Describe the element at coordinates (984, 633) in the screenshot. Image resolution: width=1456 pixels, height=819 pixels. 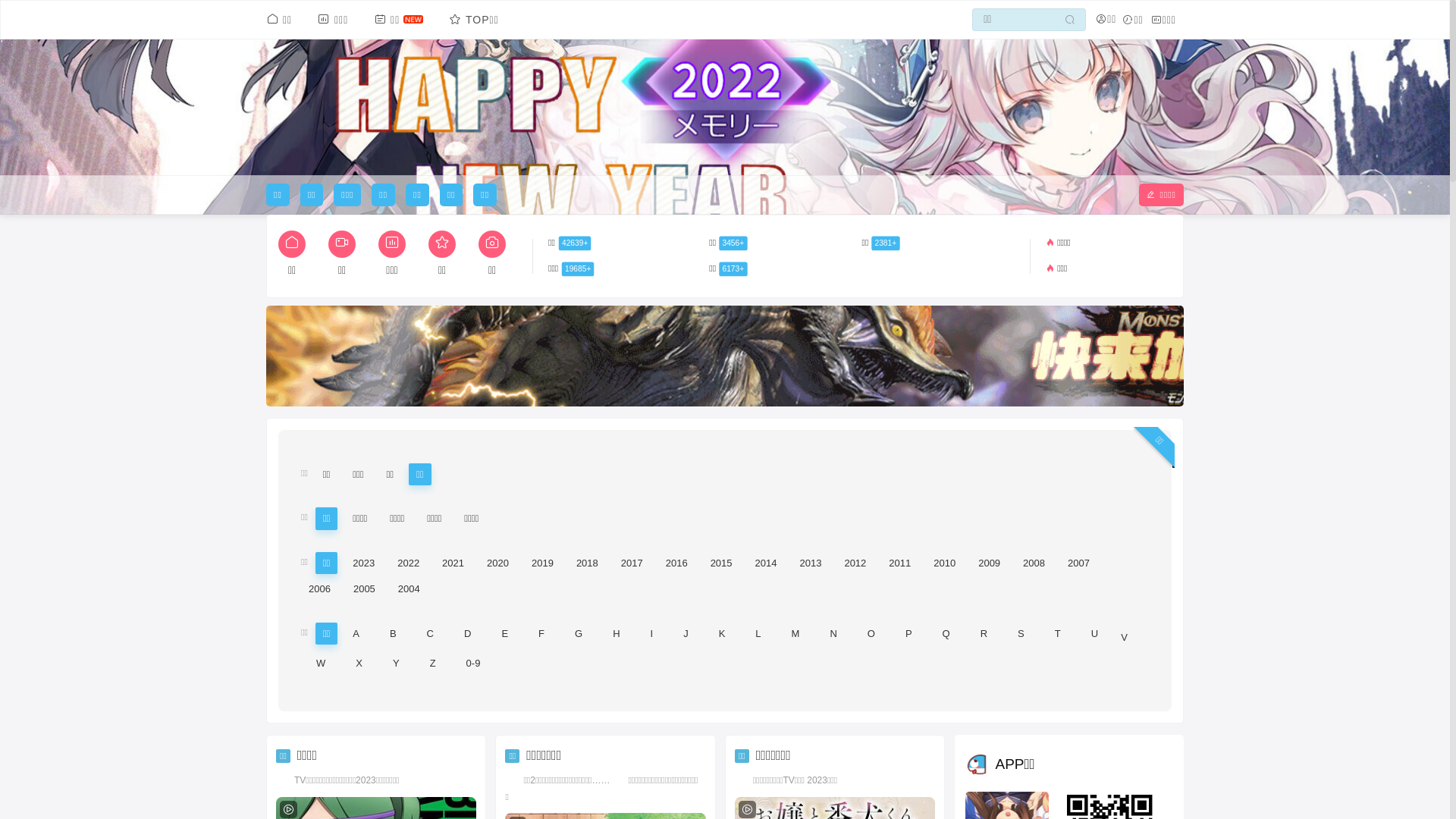
I see `'R'` at that location.